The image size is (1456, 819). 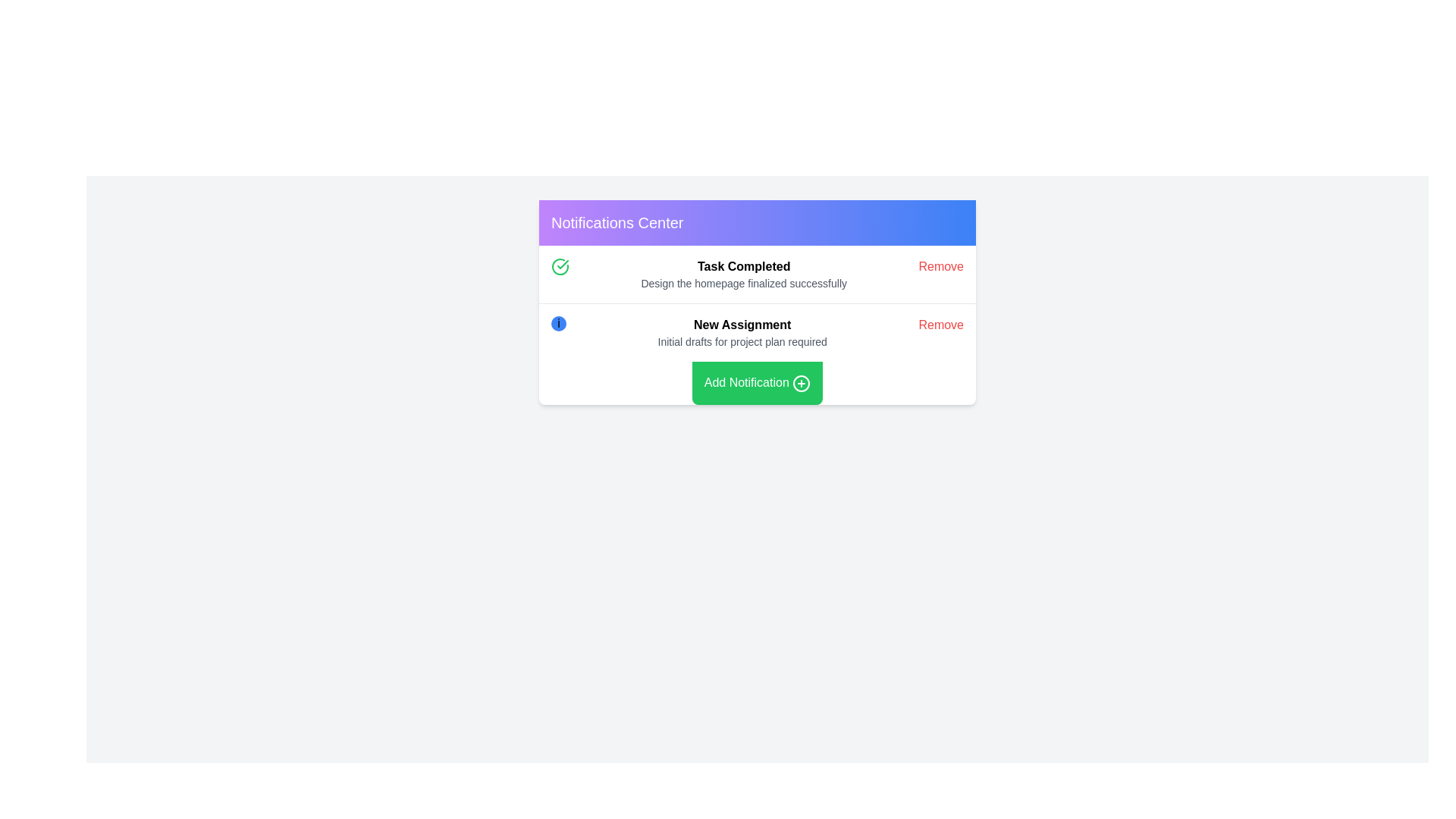 I want to click on the SVG circle element with a green outline that is part of the plus icon in the 'Add Notification' button located at the bottom center of the notification center area, so click(x=801, y=382).